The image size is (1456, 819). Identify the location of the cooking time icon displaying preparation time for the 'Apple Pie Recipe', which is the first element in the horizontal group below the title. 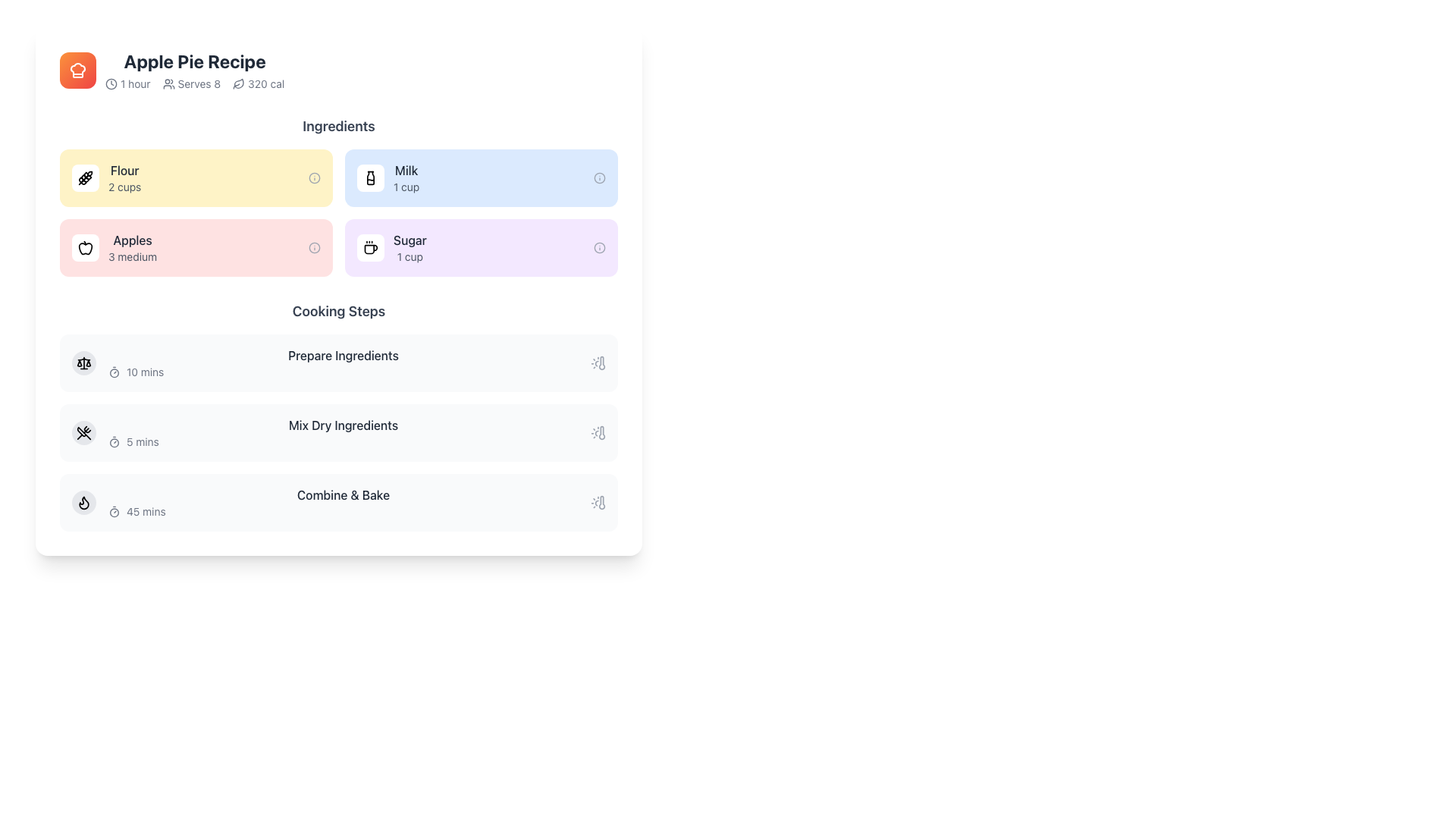
(127, 84).